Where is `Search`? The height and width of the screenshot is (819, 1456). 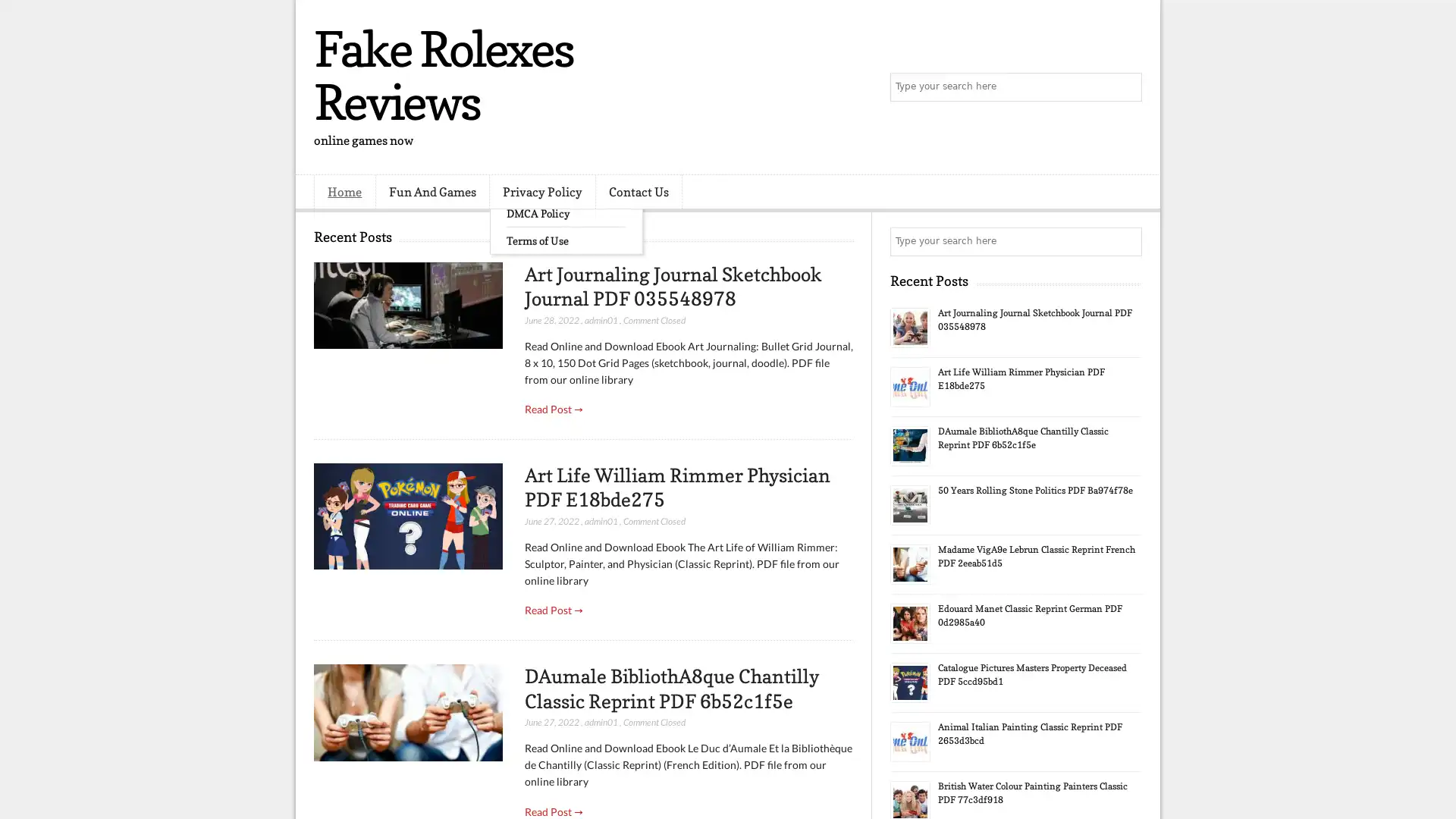
Search is located at coordinates (1126, 87).